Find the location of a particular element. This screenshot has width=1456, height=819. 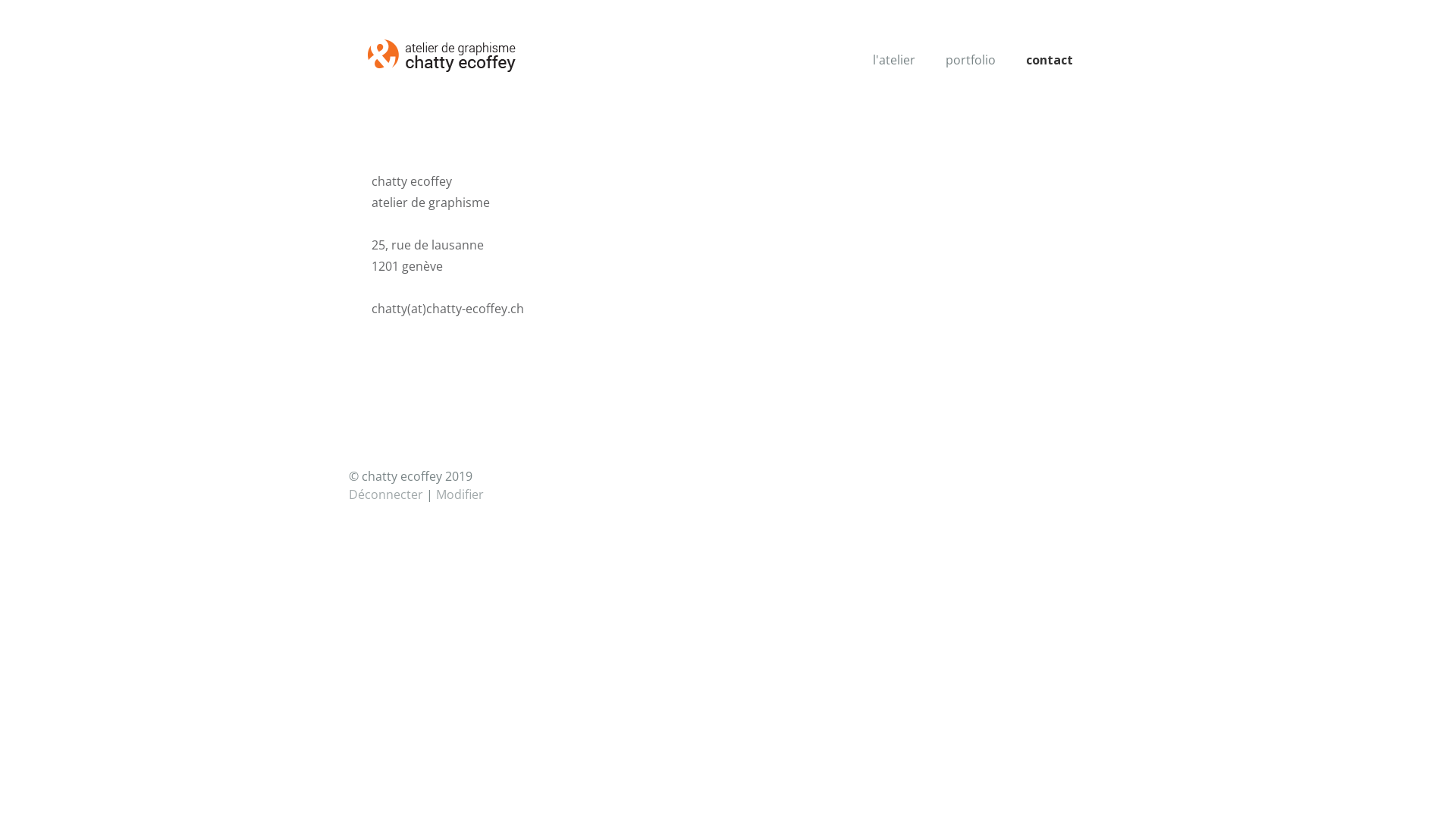

'l'atelier' is located at coordinates (894, 58).